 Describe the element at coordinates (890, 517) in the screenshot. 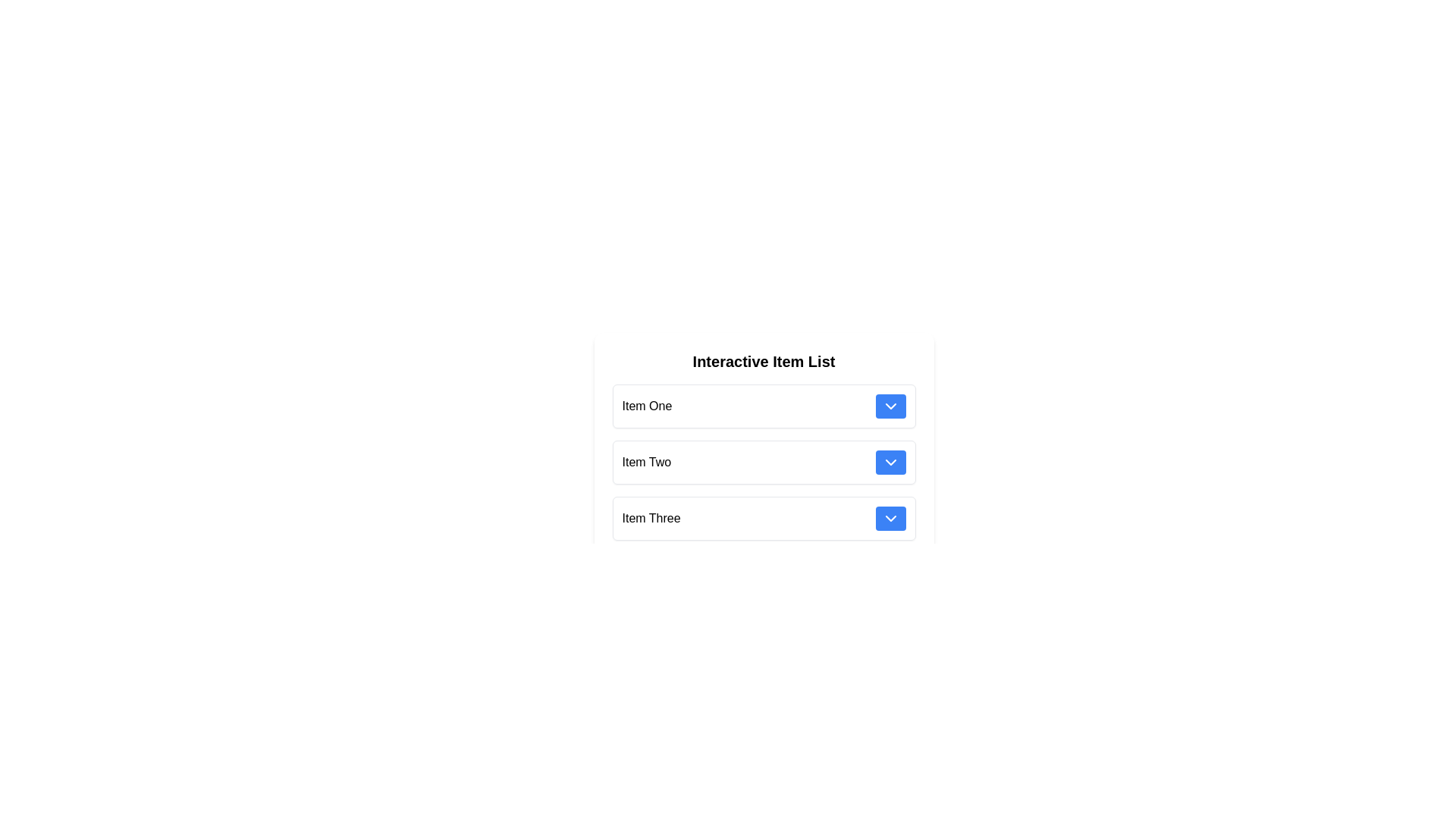

I see `the button located at the rightmost side of the 'Item Three' row` at that location.